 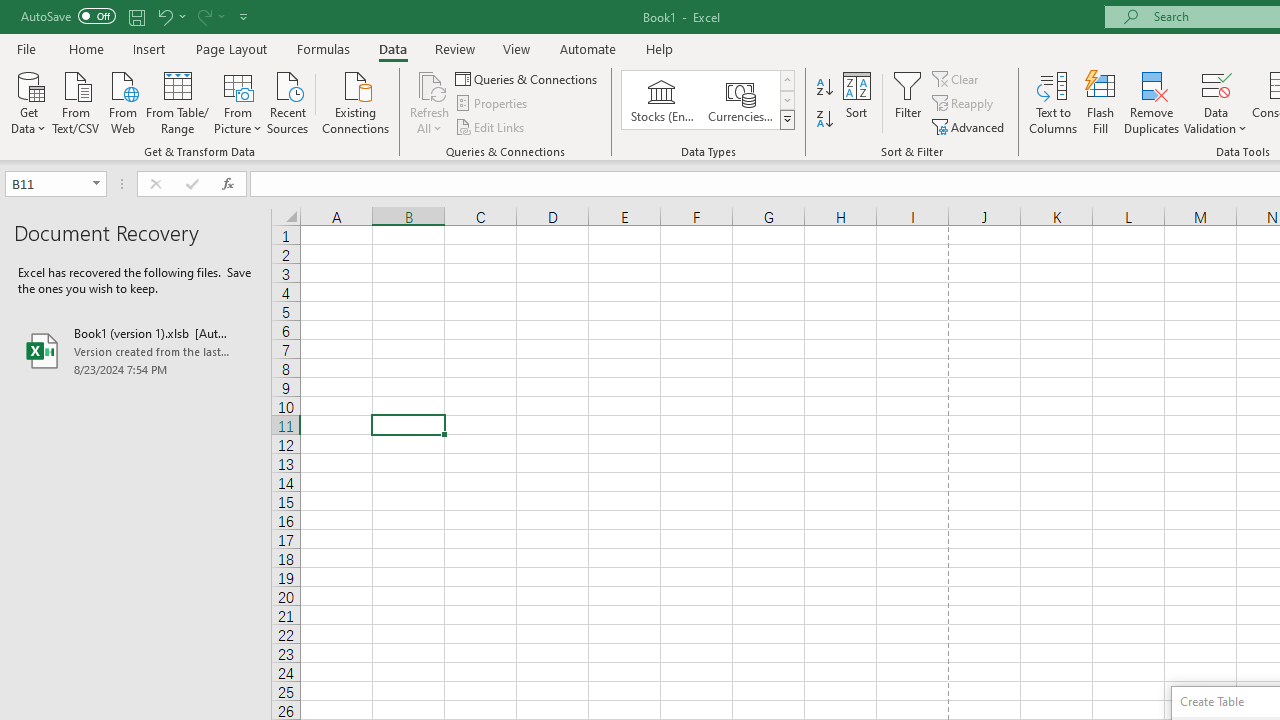 I want to click on 'Properties', so click(x=492, y=103).